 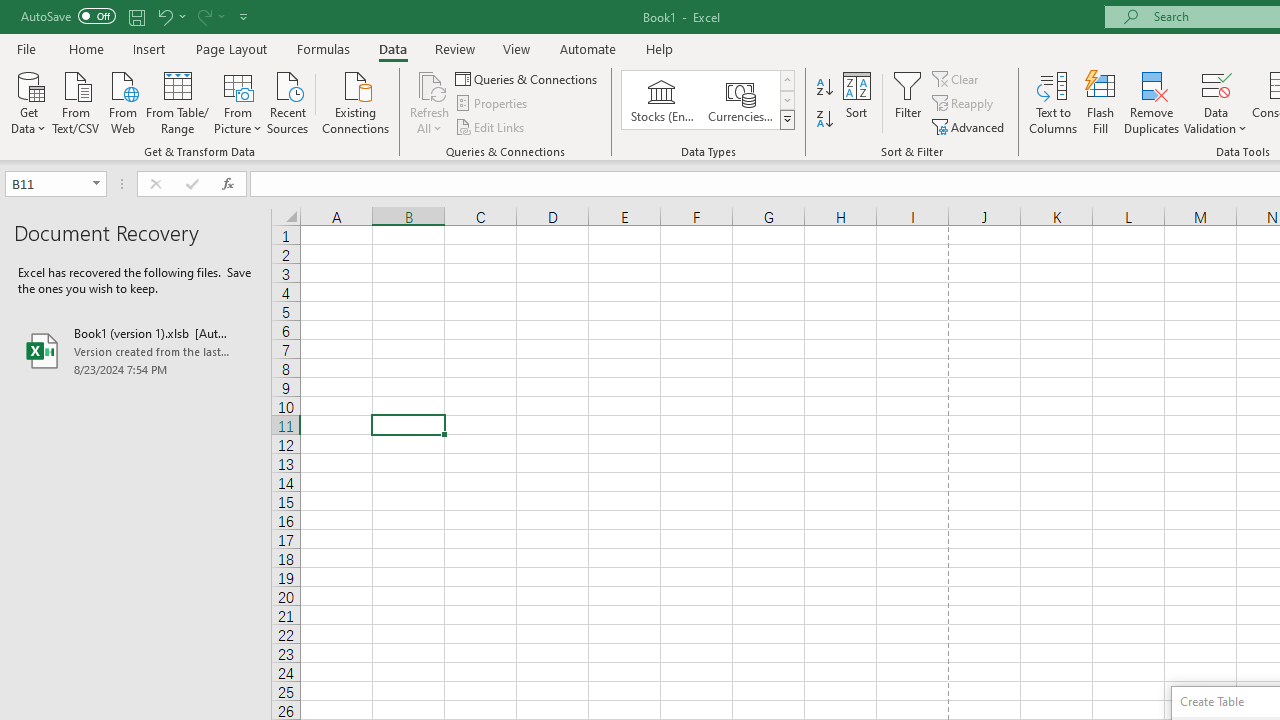 I want to click on 'Properties', so click(x=492, y=103).